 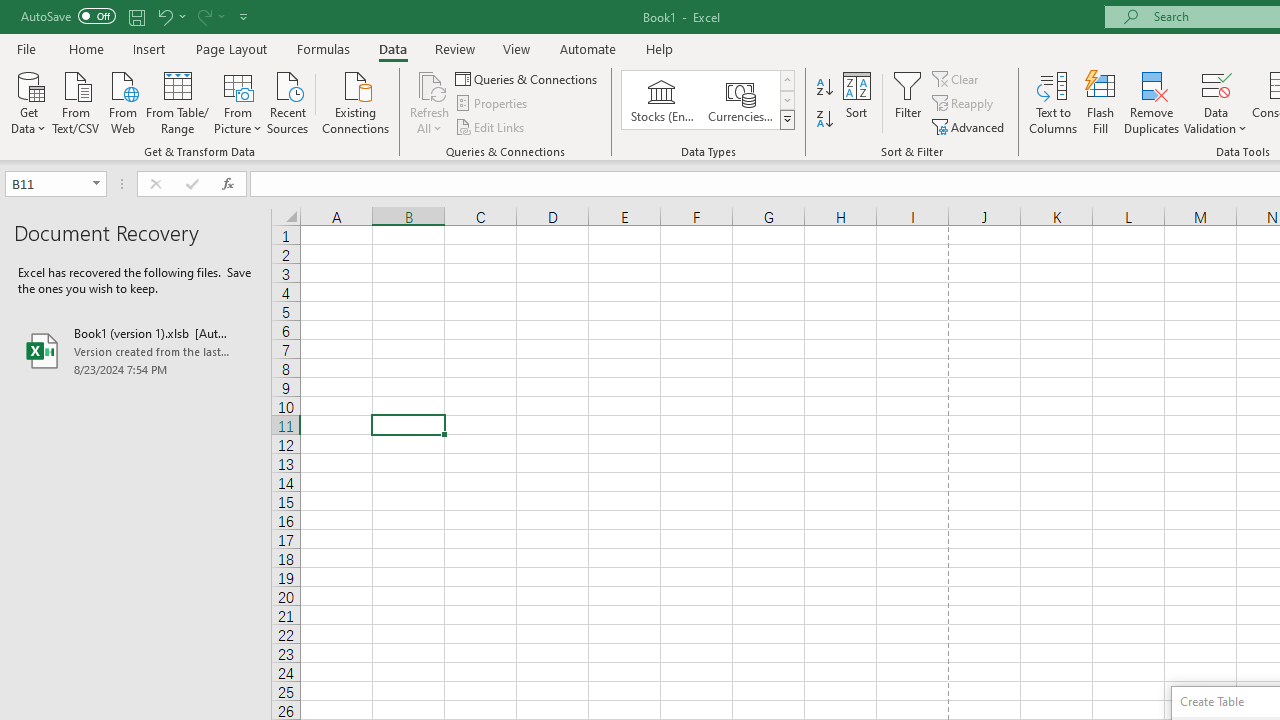 I want to click on 'Properties', so click(x=492, y=103).